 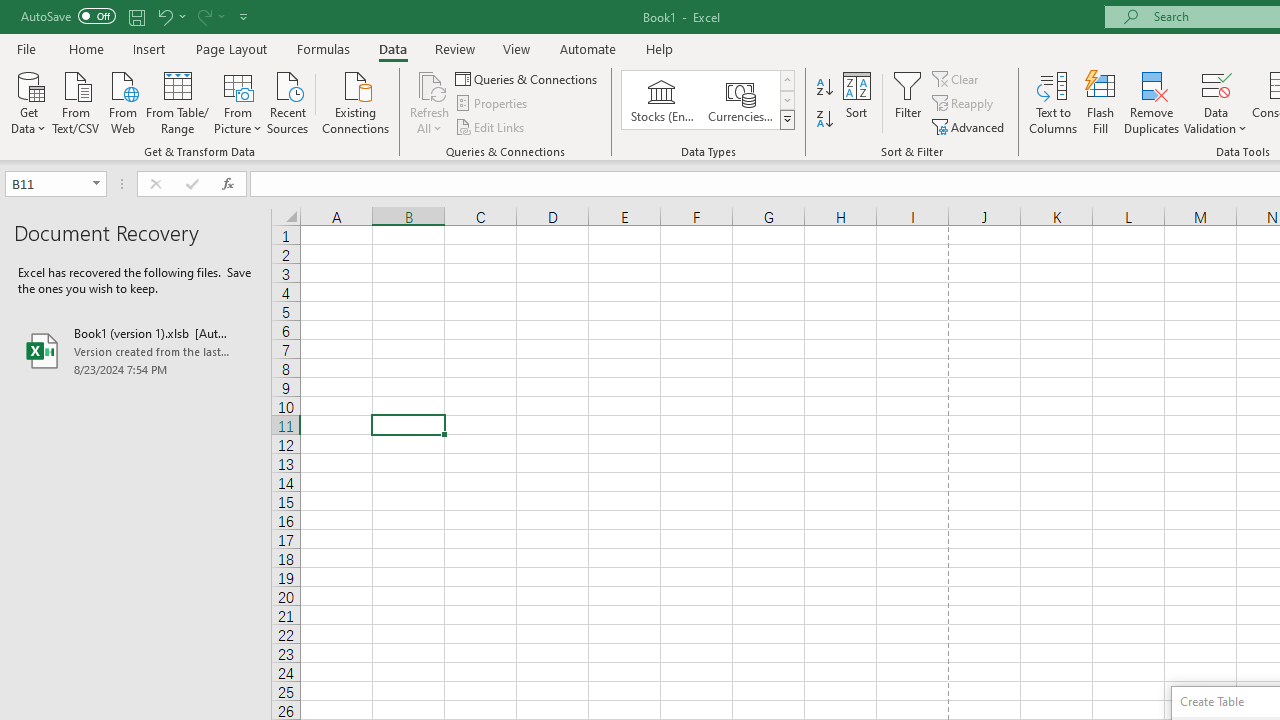 I want to click on 'Properties', so click(x=492, y=103).